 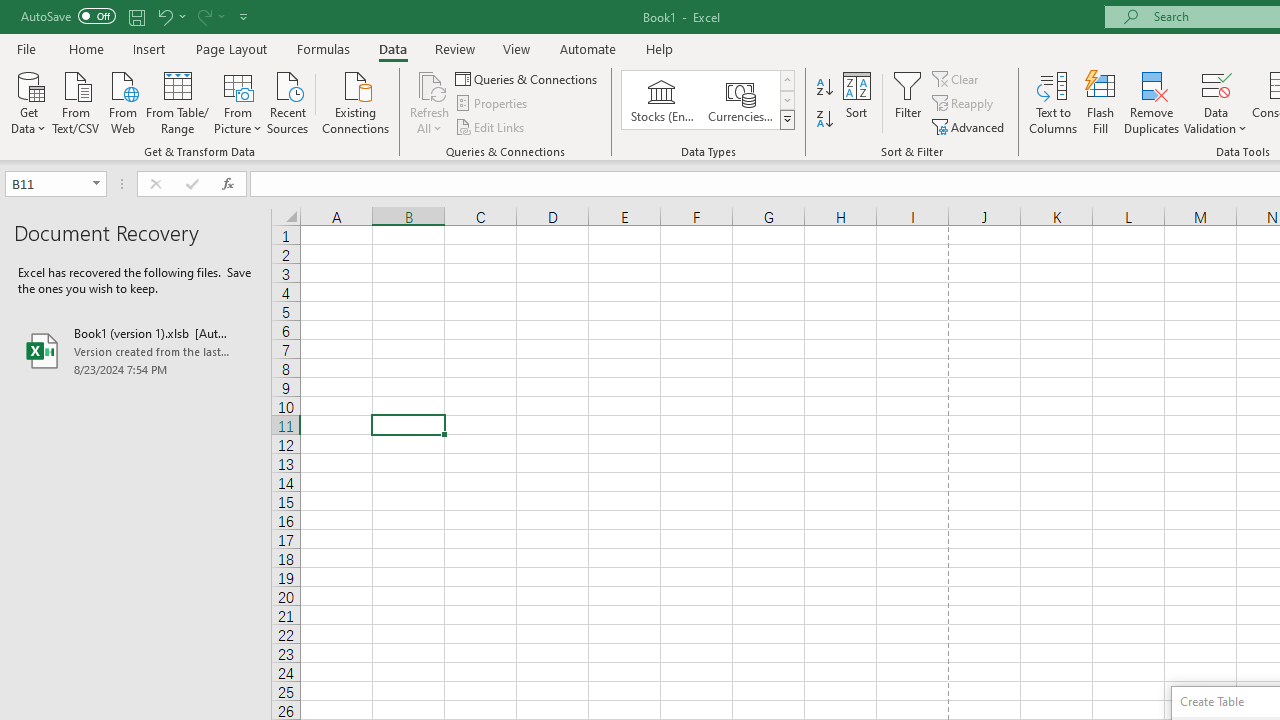 I want to click on 'Properties', so click(x=492, y=103).